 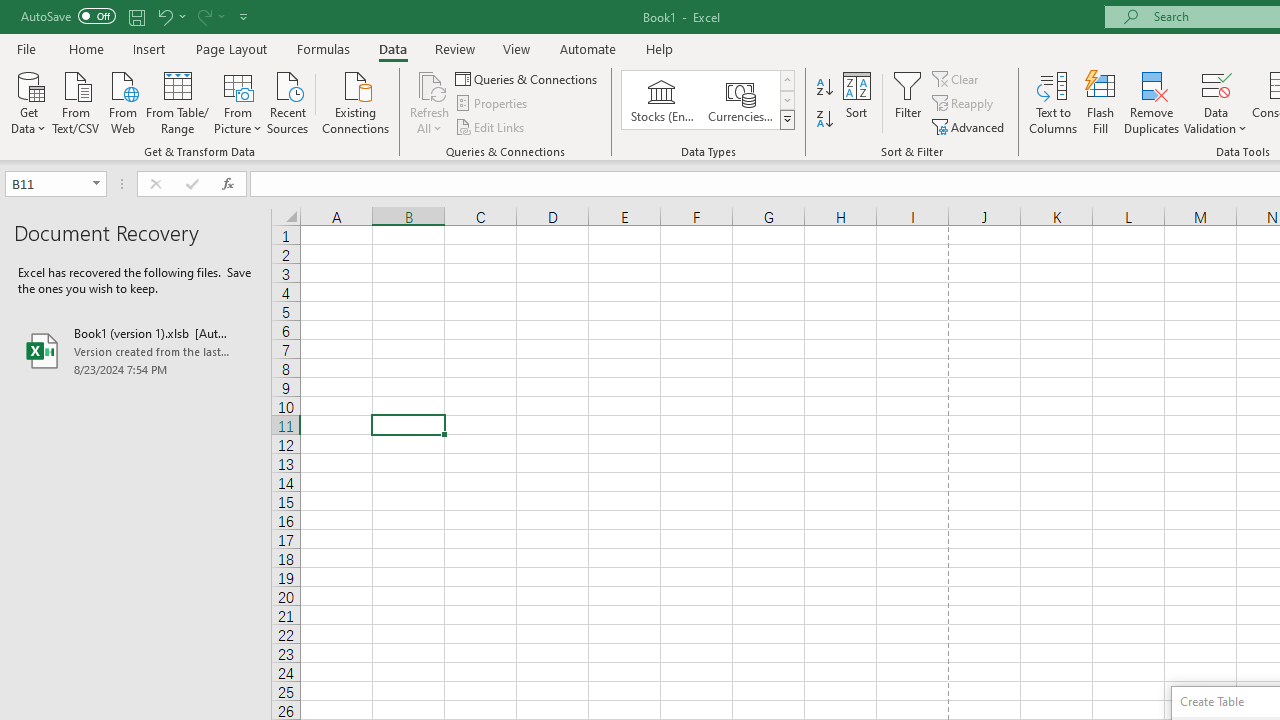 I want to click on 'Properties', so click(x=492, y=103).